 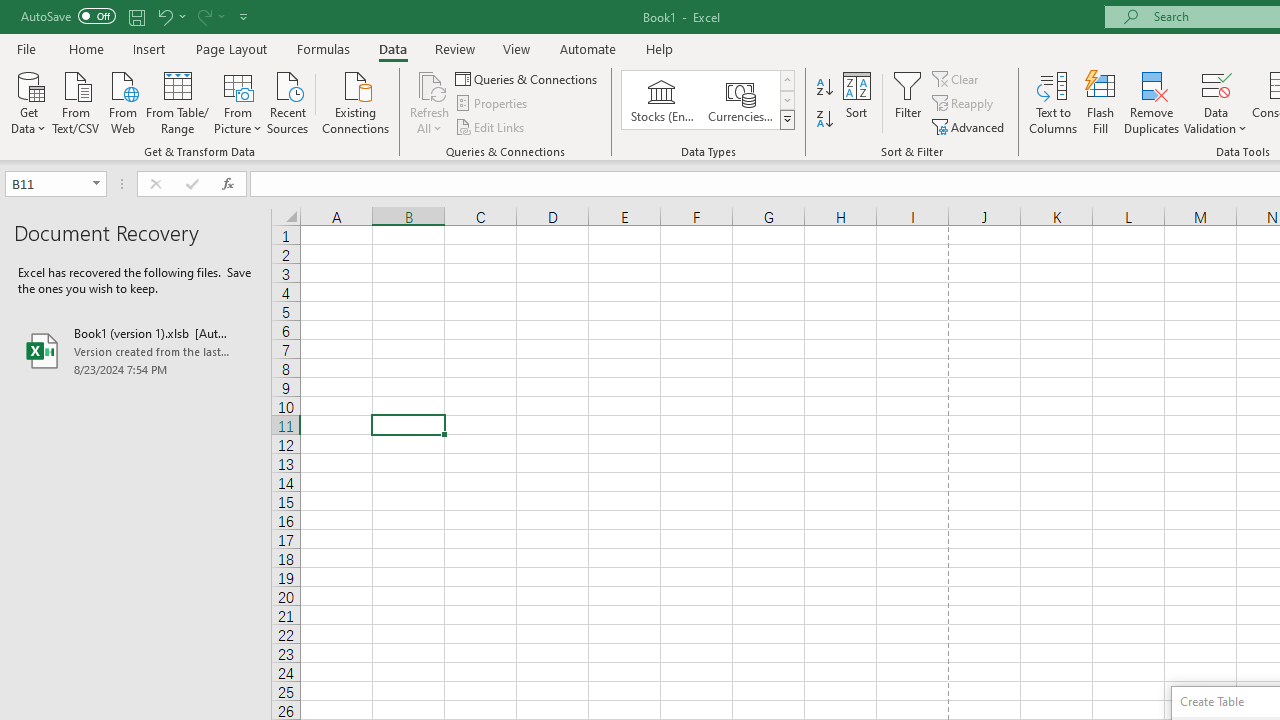 I want to click on 'Properties', so click(x=492, y=103).